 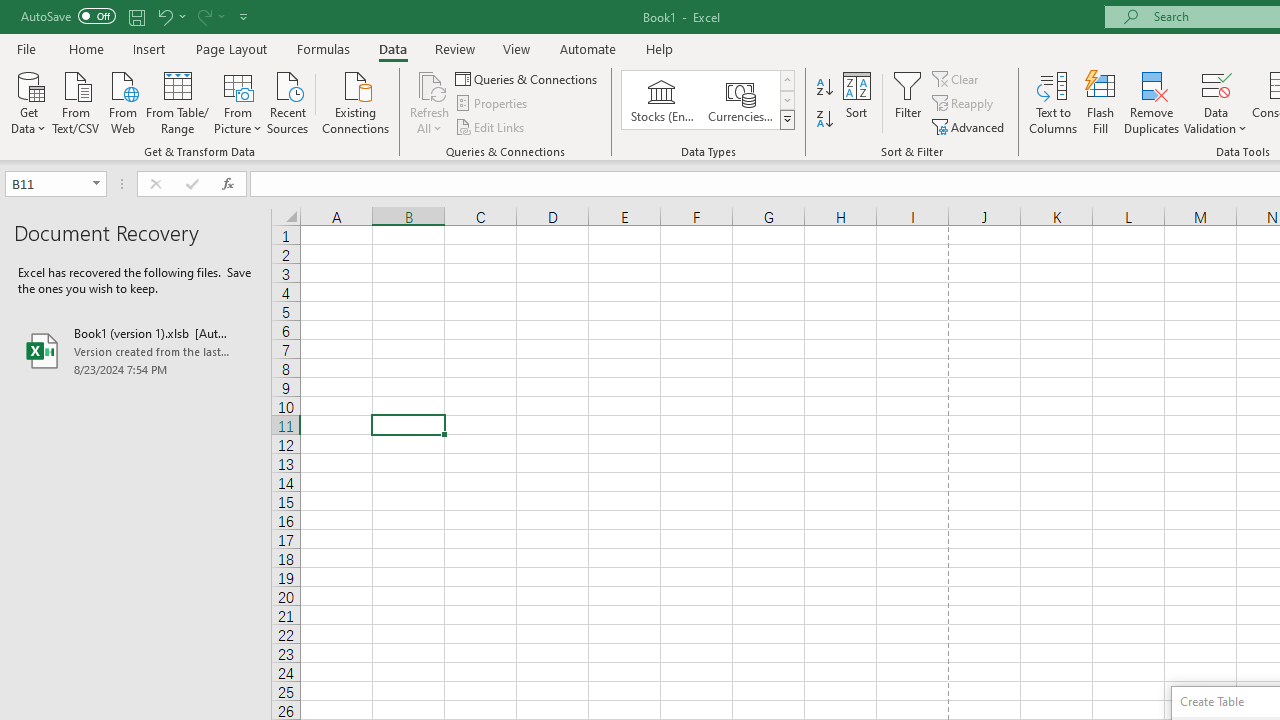 I want to click on 'Properties', so click(x=492, y=103).